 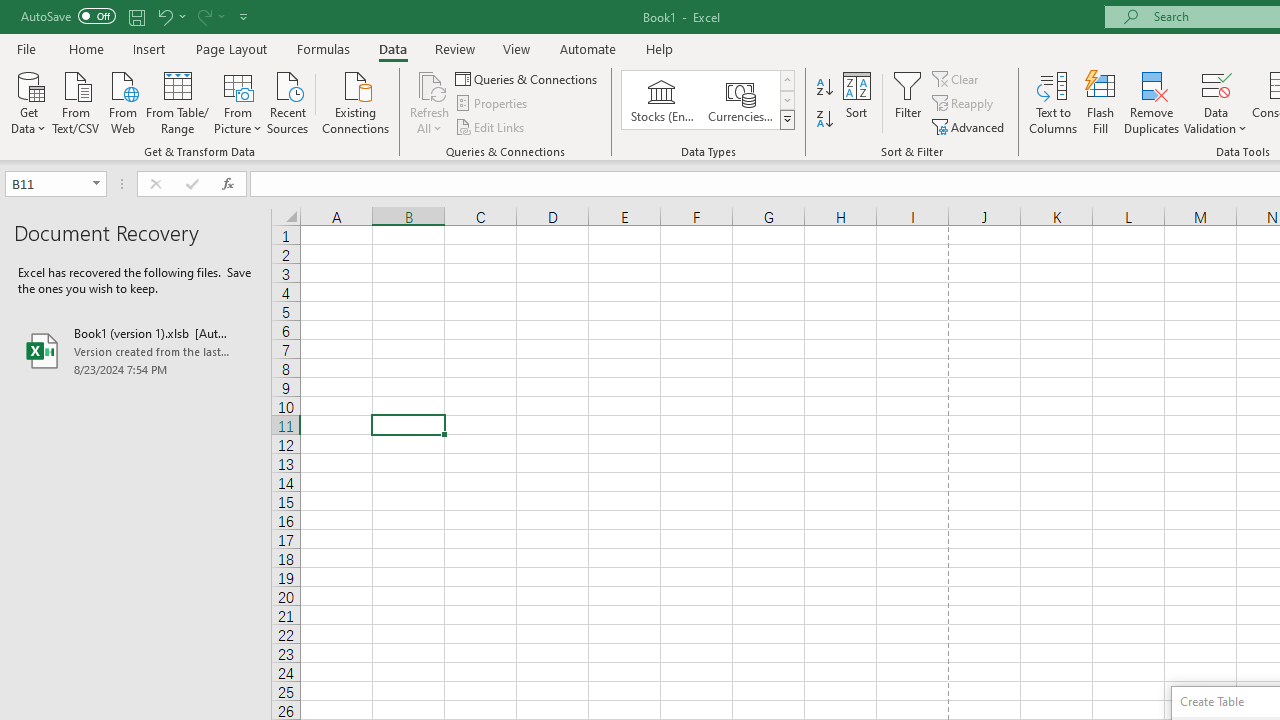 I want to click on 'Properties', so click(x=492, y=103).